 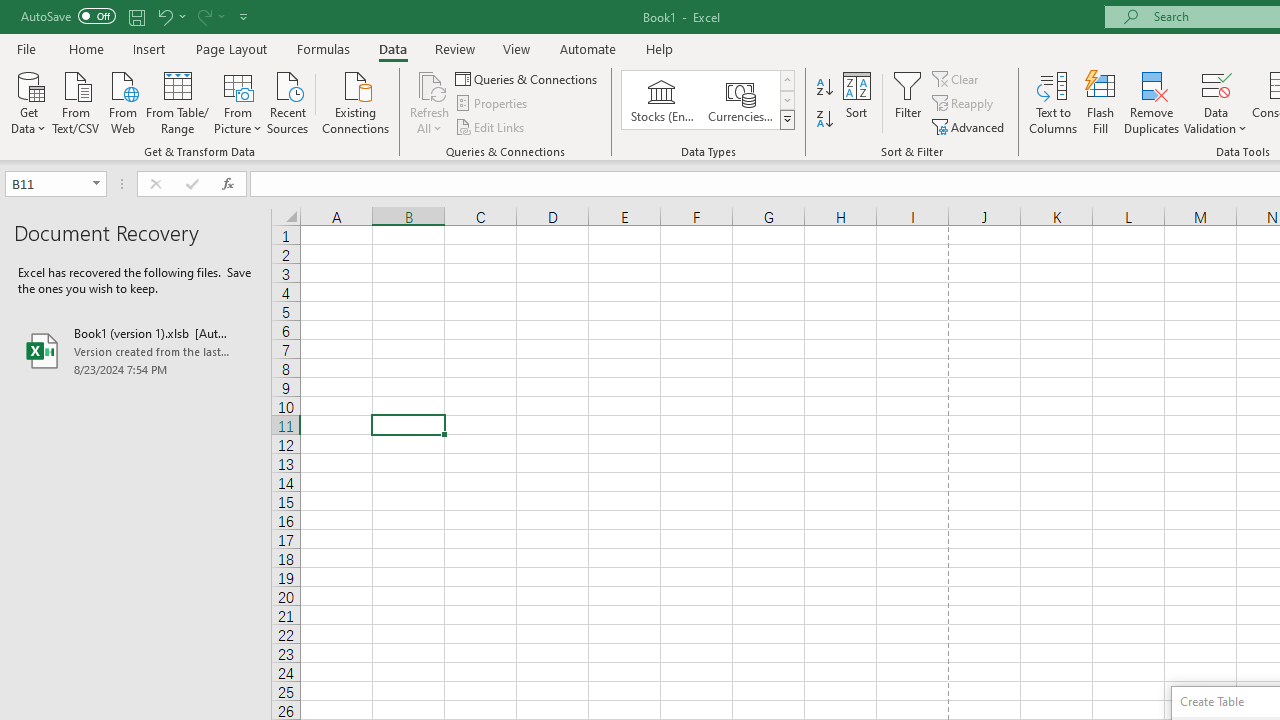 I want to click on 'Properties', so click(x=492, y=103).